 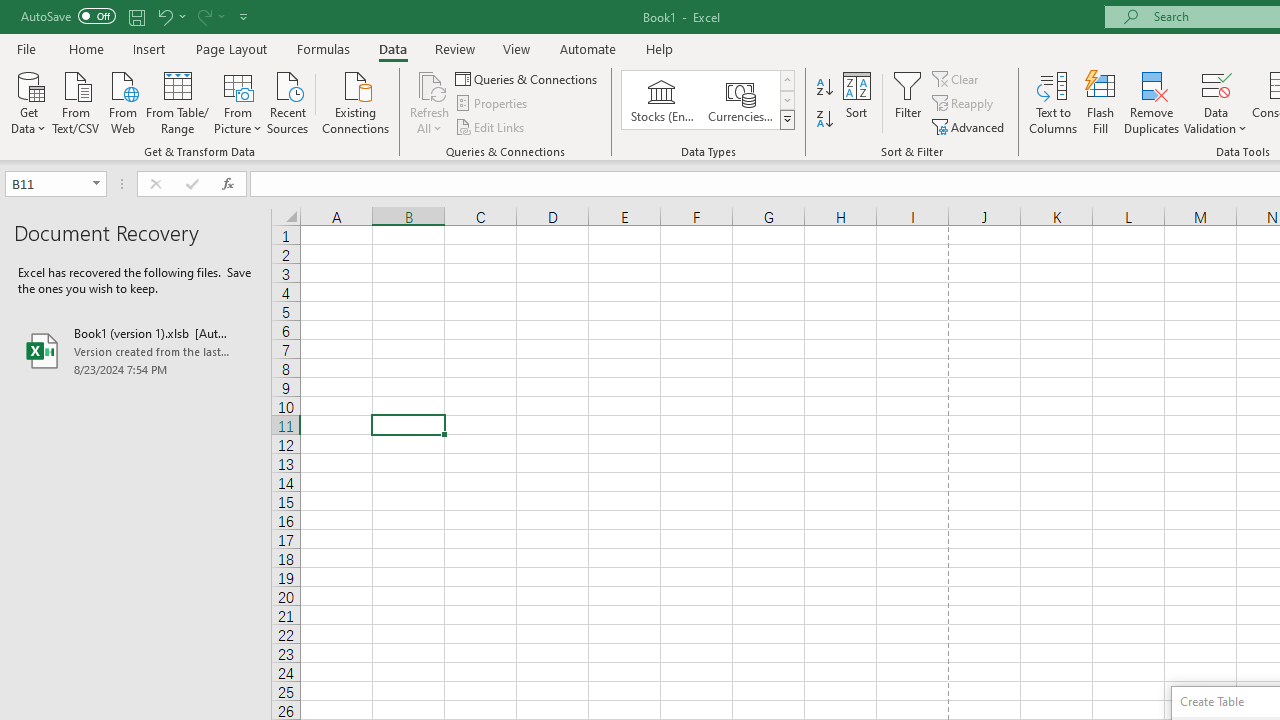 I want to click on 'Properties', so click(x=492, y=103).